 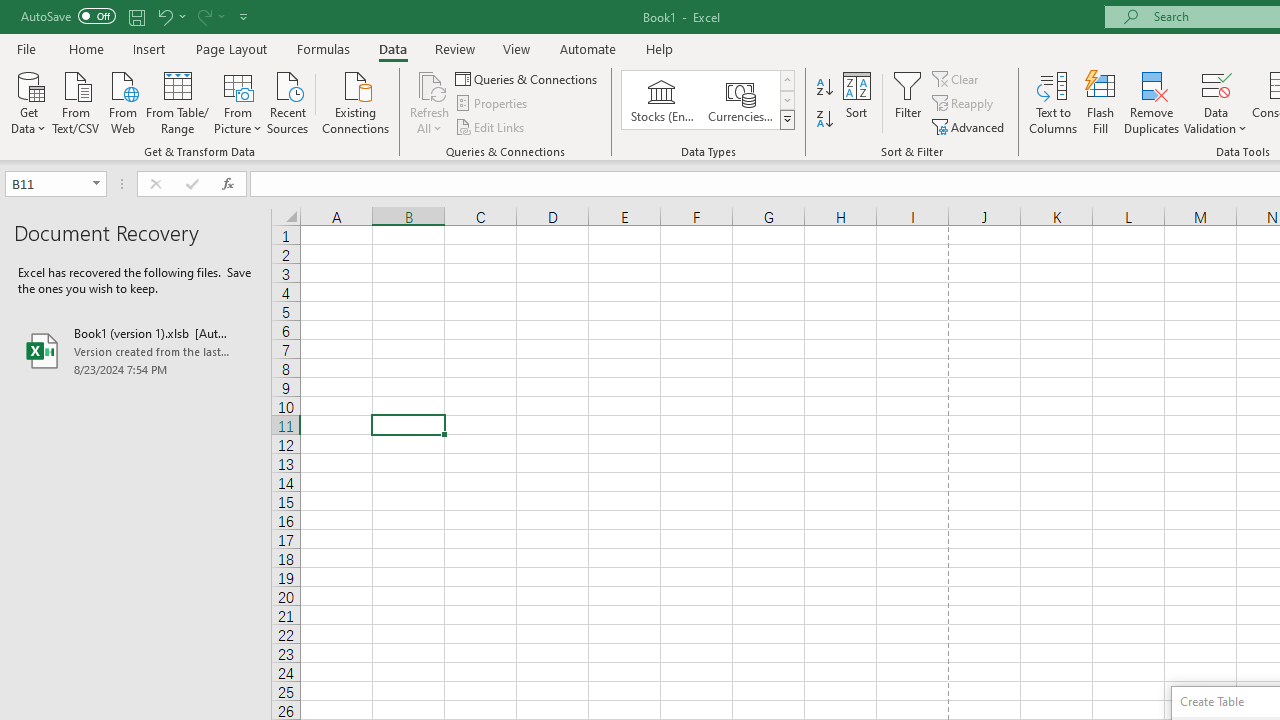 I want to click on 'Properties', so click(x=492, y=103).